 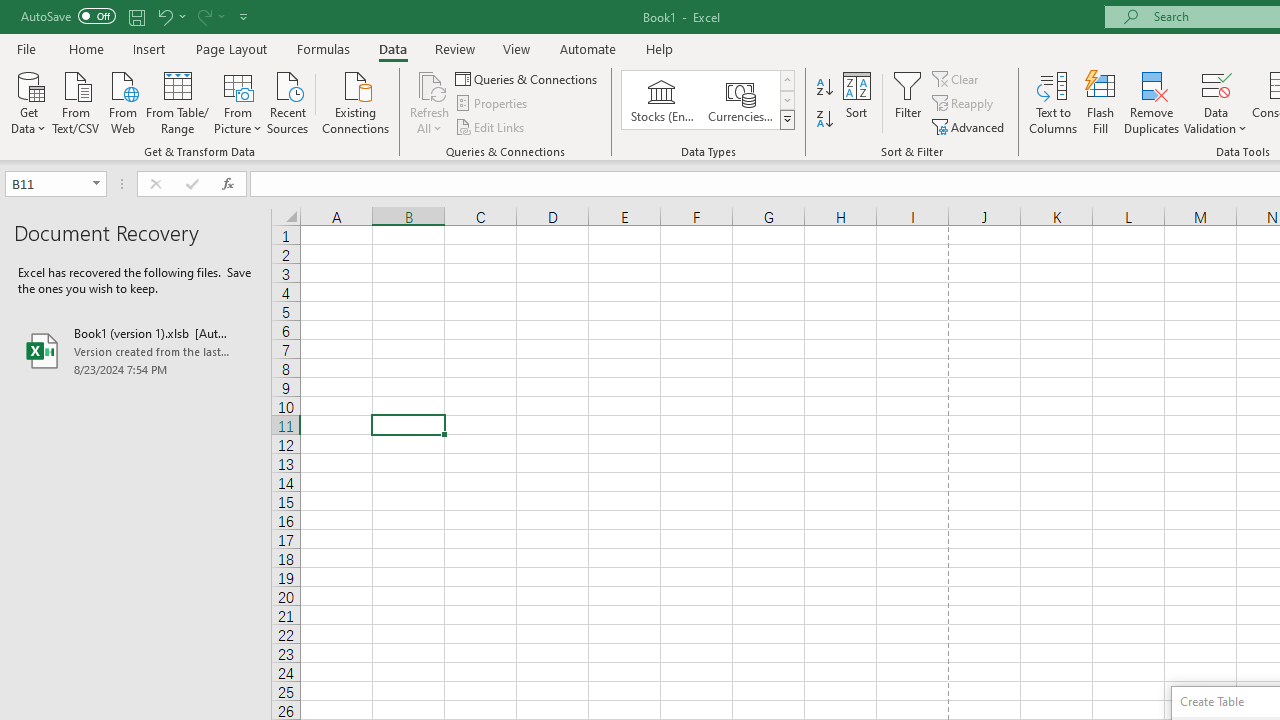 I want to click on 'Properties', so click(x=492, y=103).